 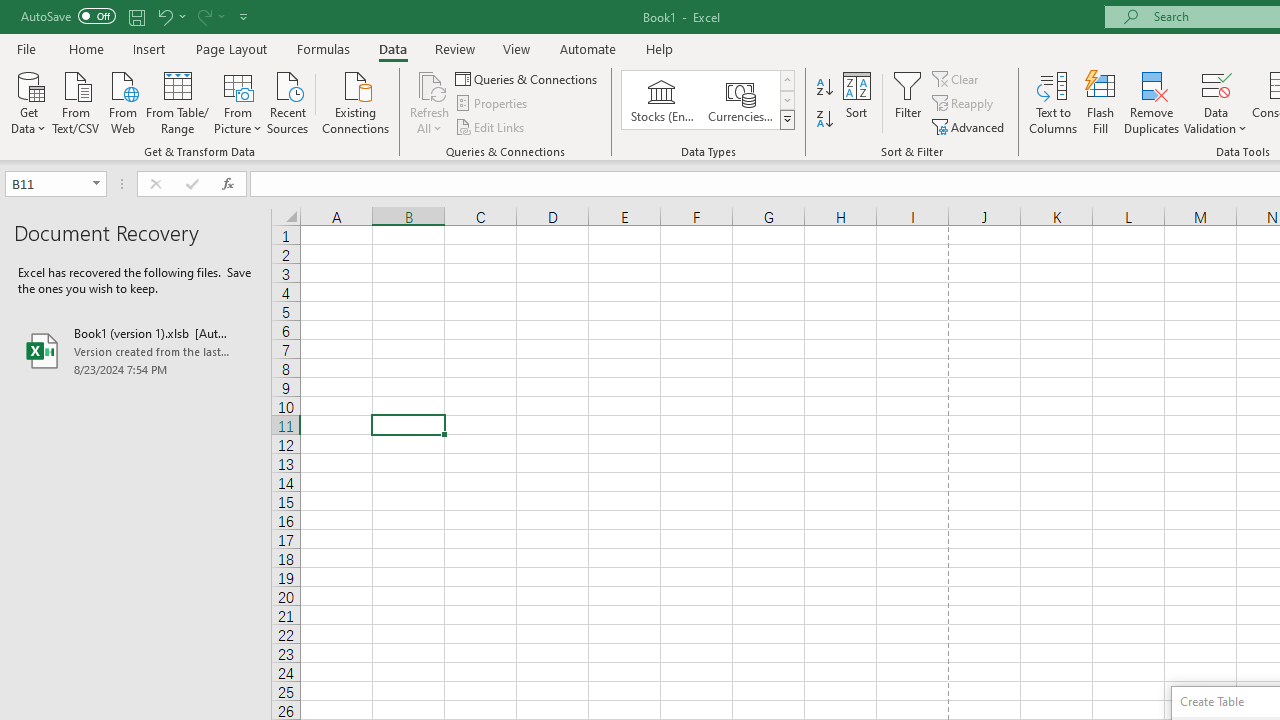 I want to click on 'Properties', so click(x=492, y=103).